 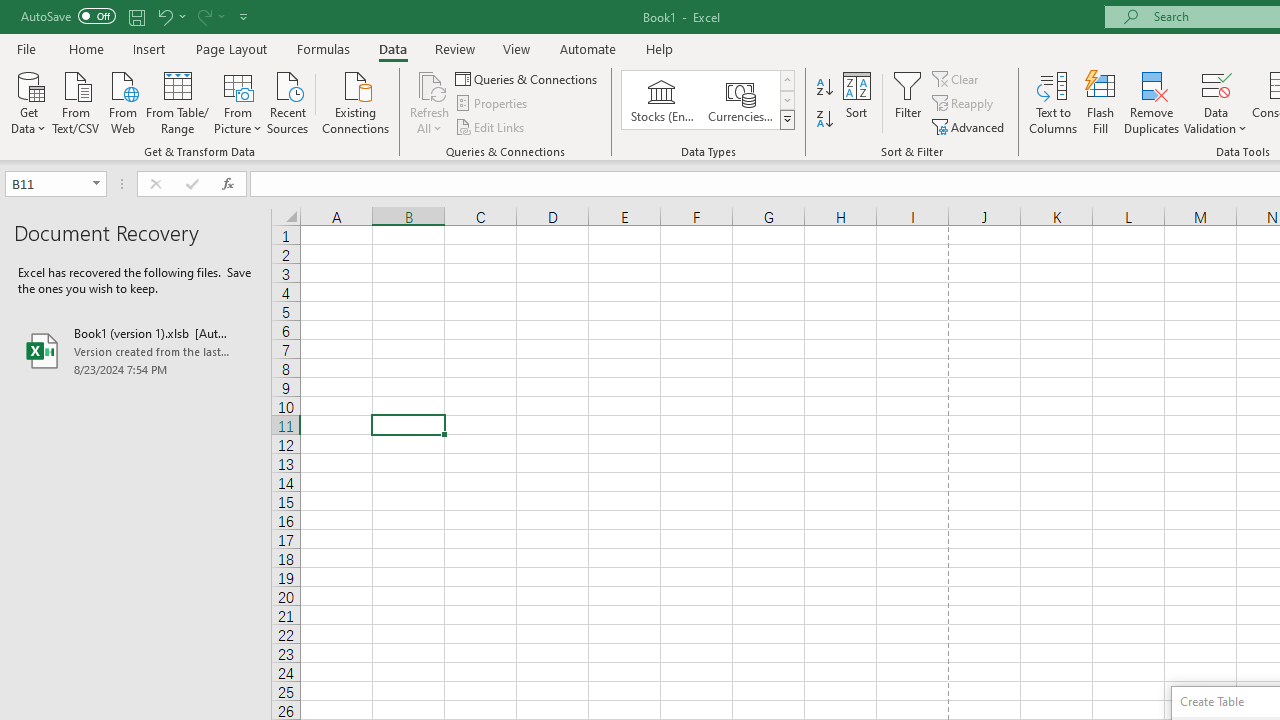 I want to click on 'Properties', so click(x=492, y=103).